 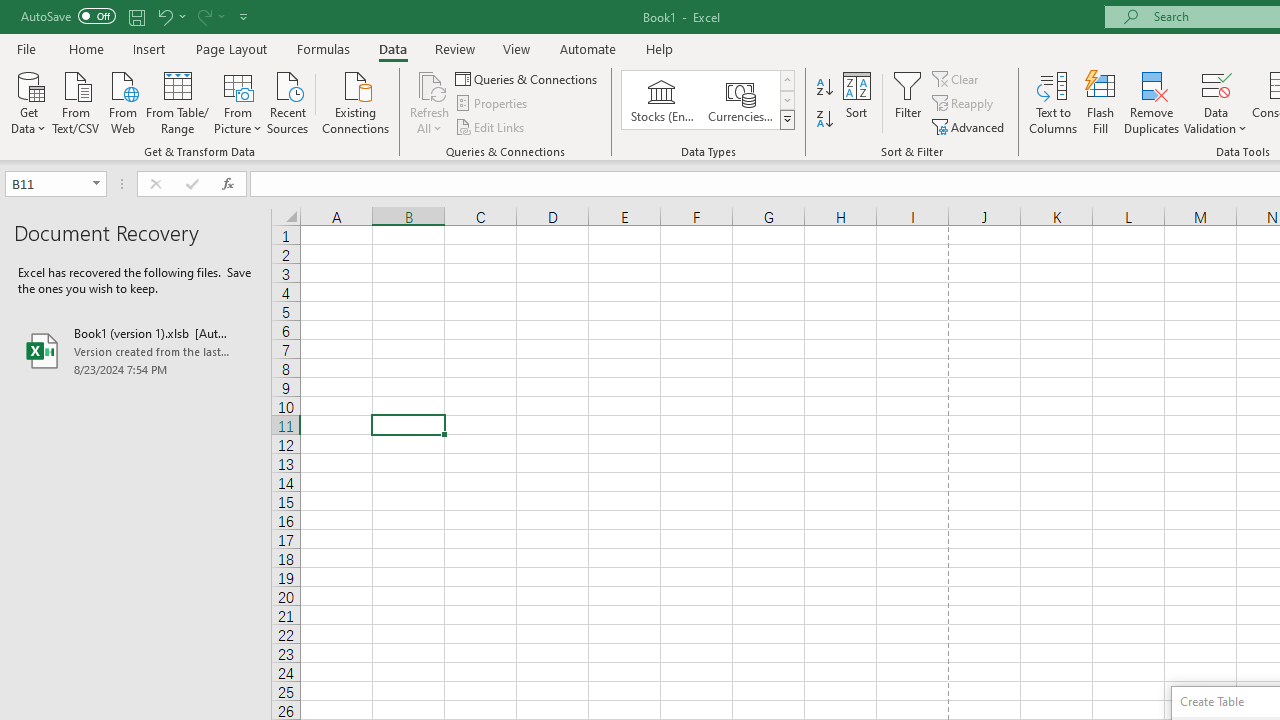 I want to click on 'Properties', so click(x=492, y=103).